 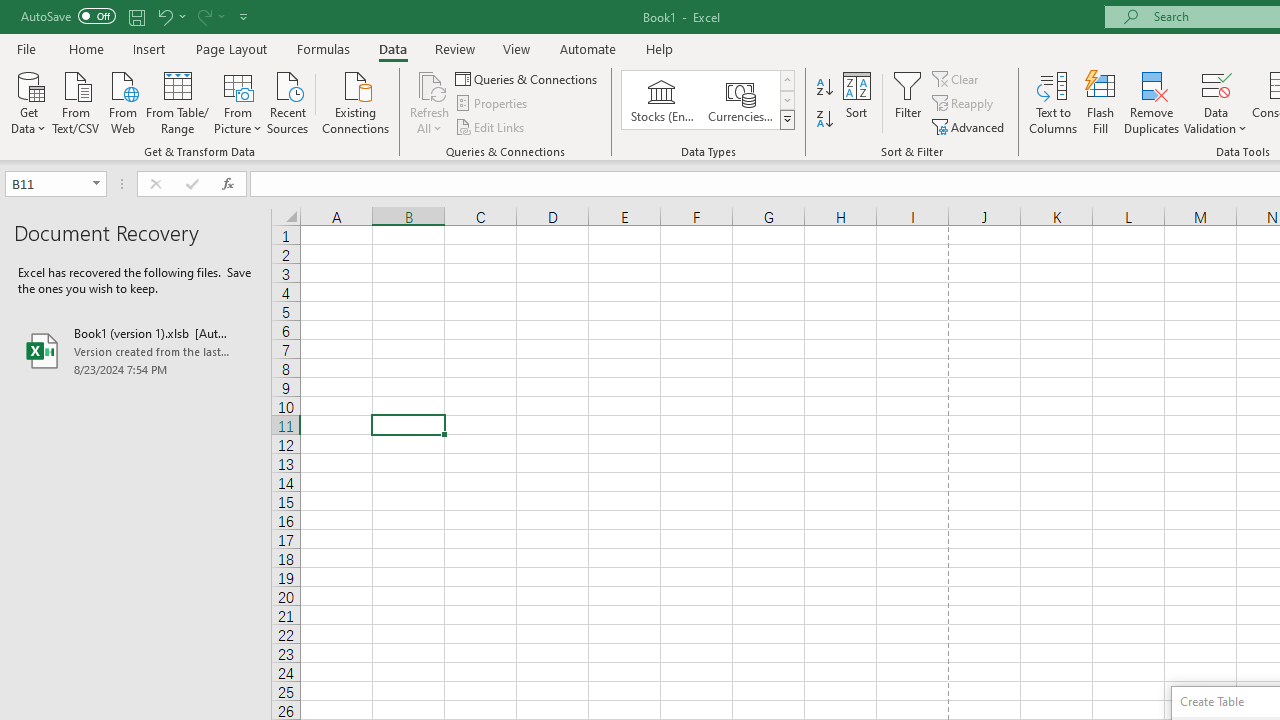 I want to click on 'Properties', so click(x=492, y=103).